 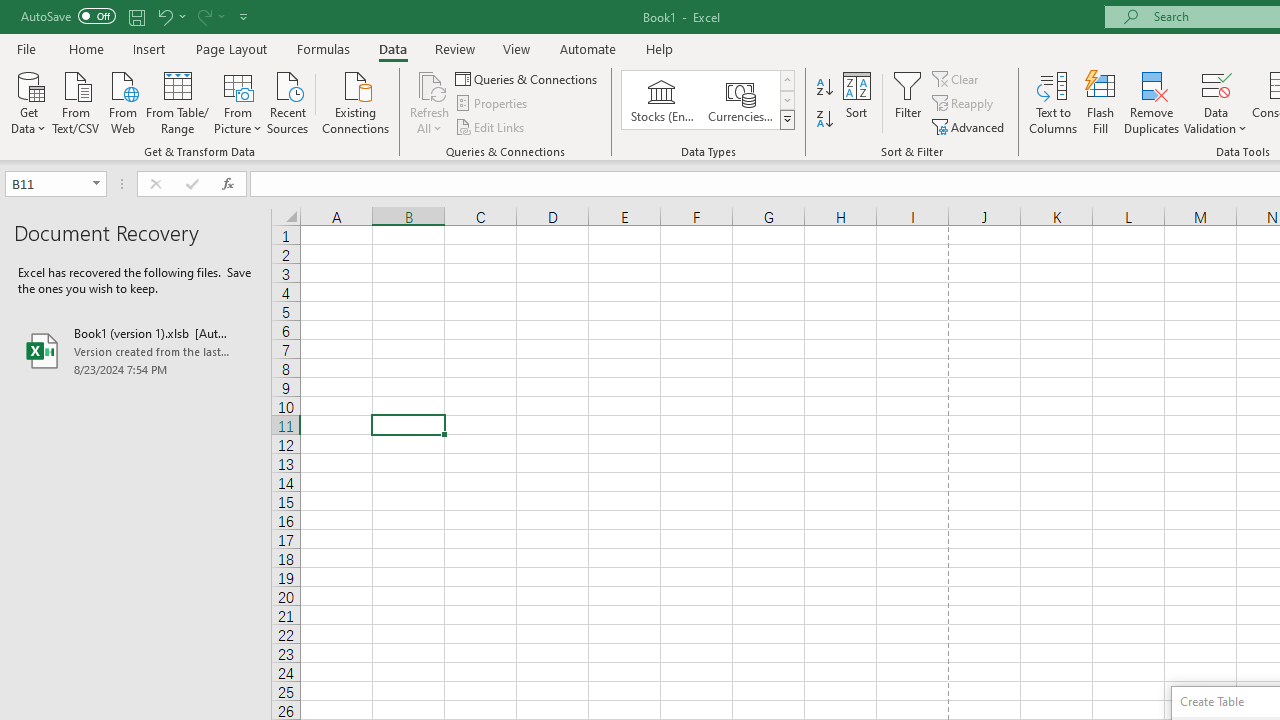 I want to click on 'Properties', so click(x=492, y=103).